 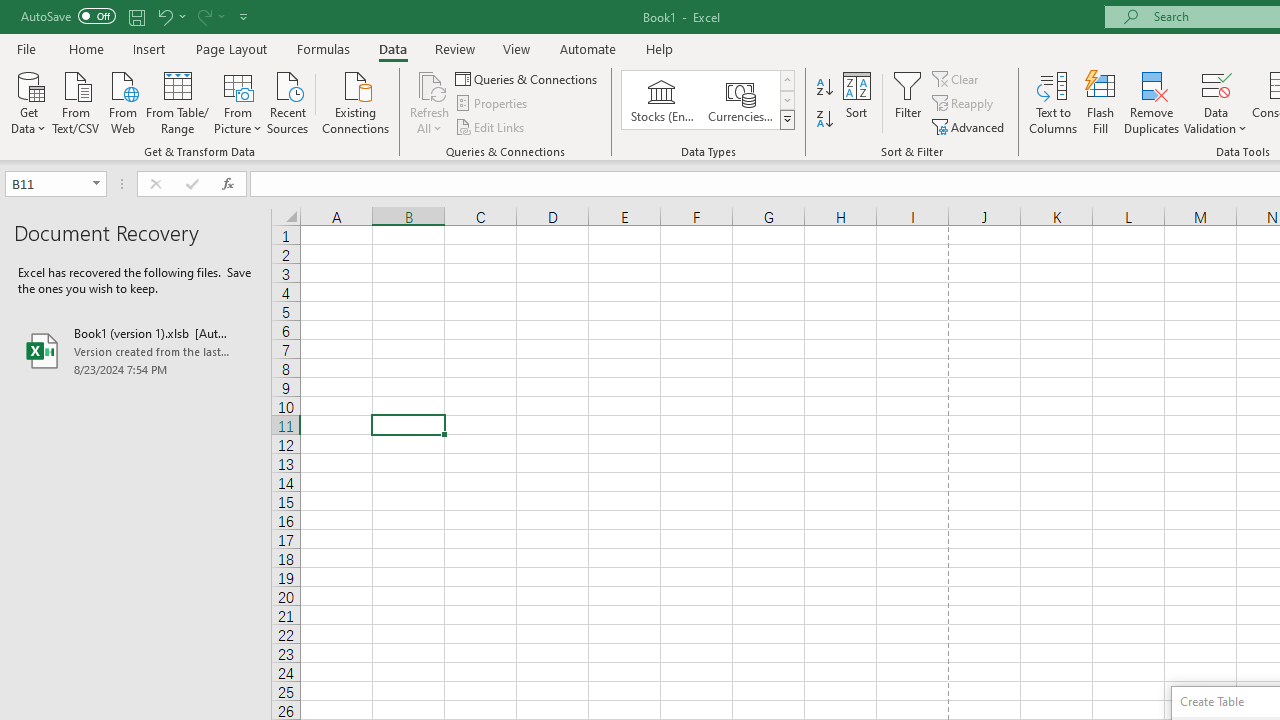 I want to click on 'Properties', so click(x=492, y=103).